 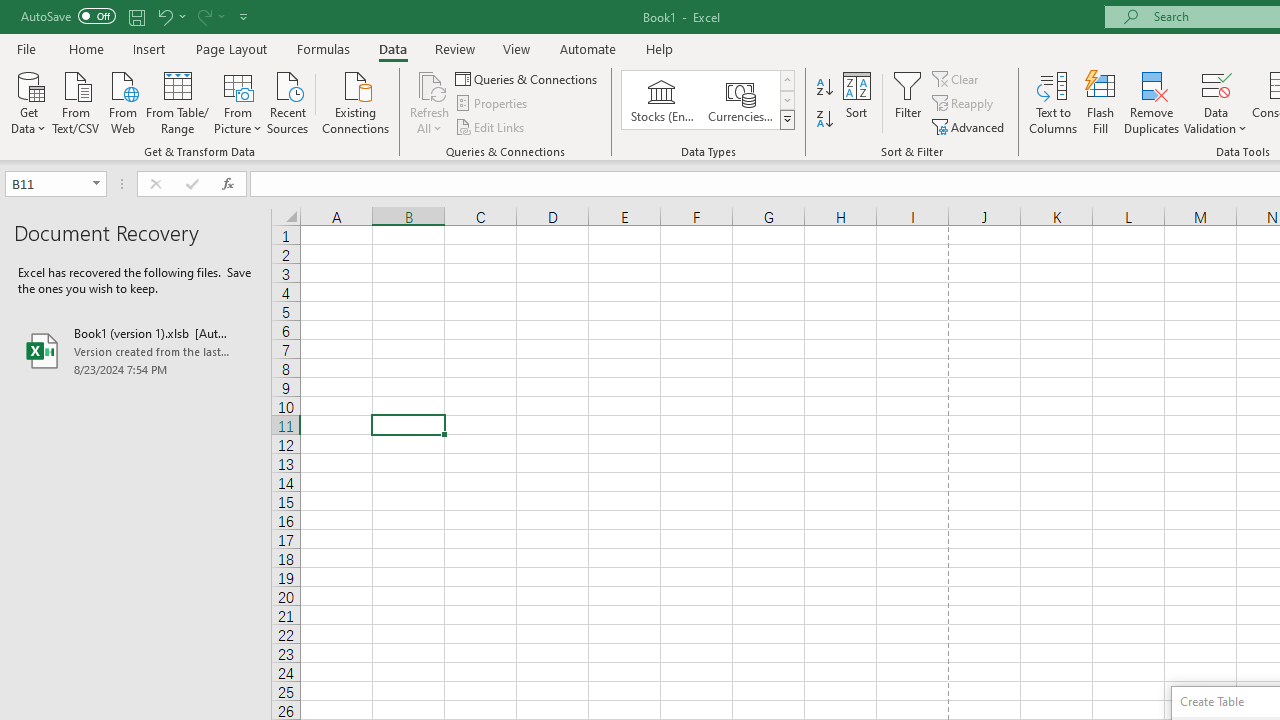 I want to click on 'Properties', so click(x=492, y=103).